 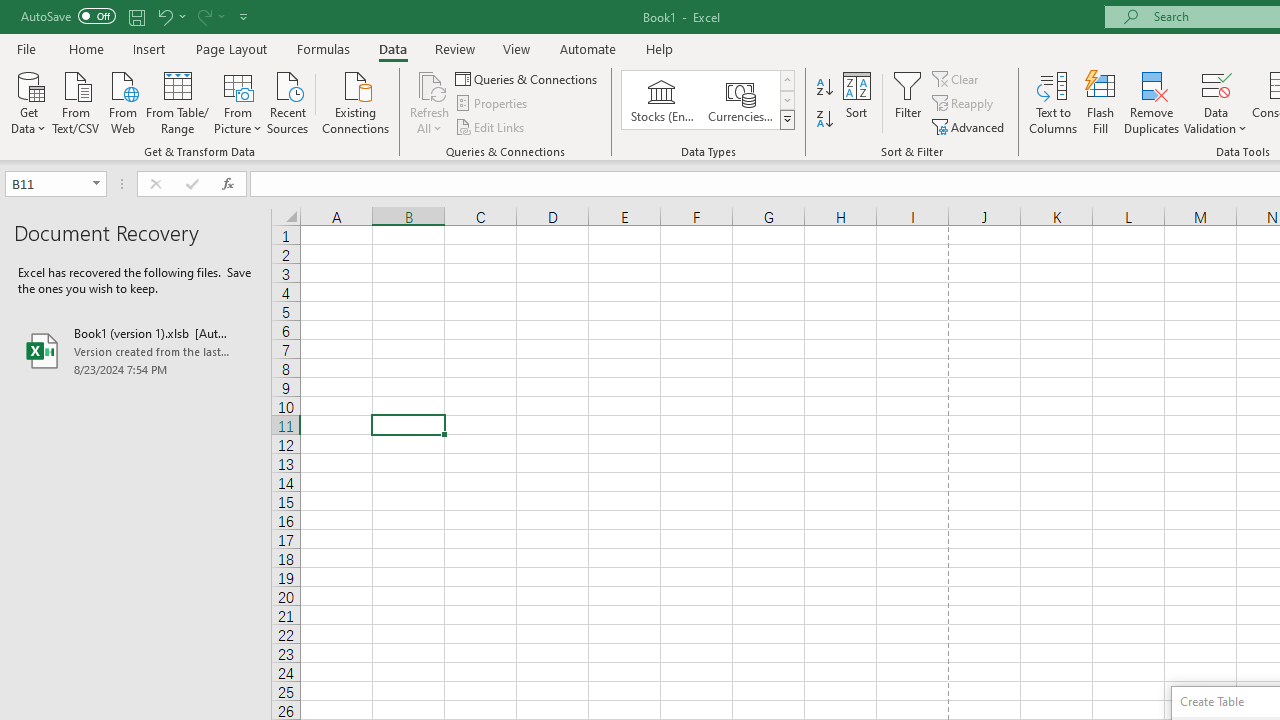 I want to click on 'Properties', so click(x=492, y=103).